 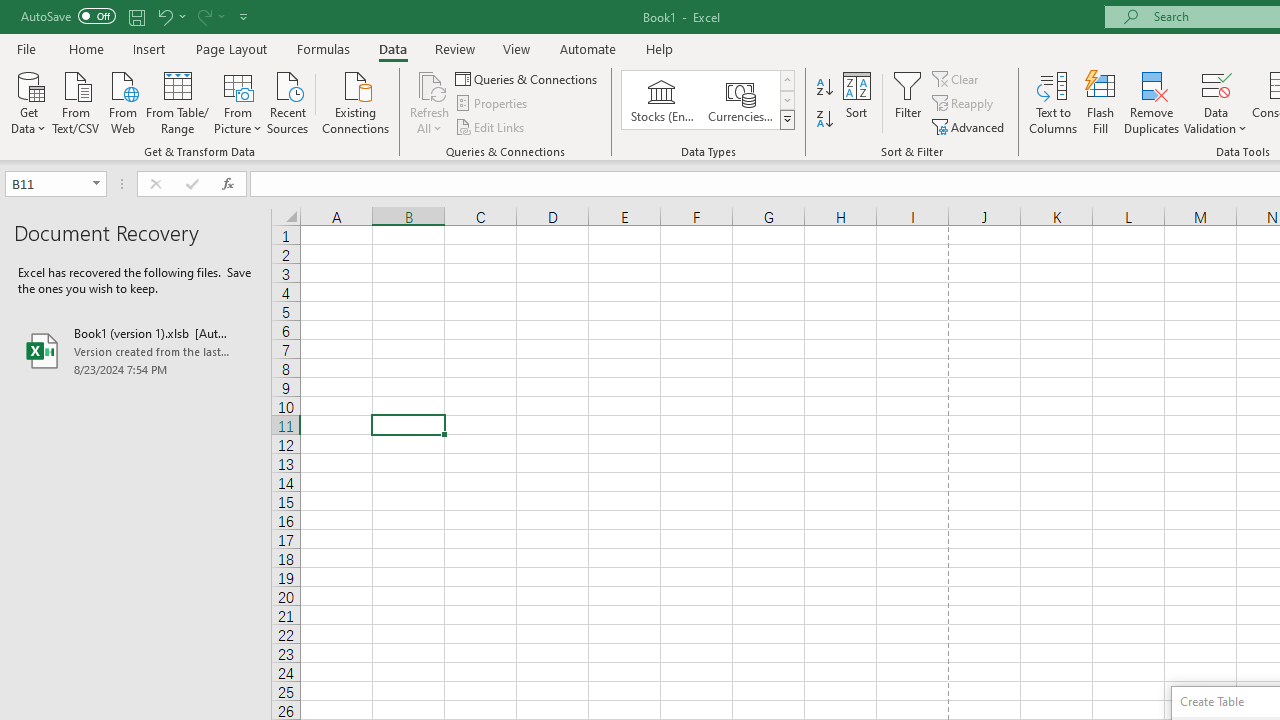 I want to click on 'Properties', so click(x=492, y=103).